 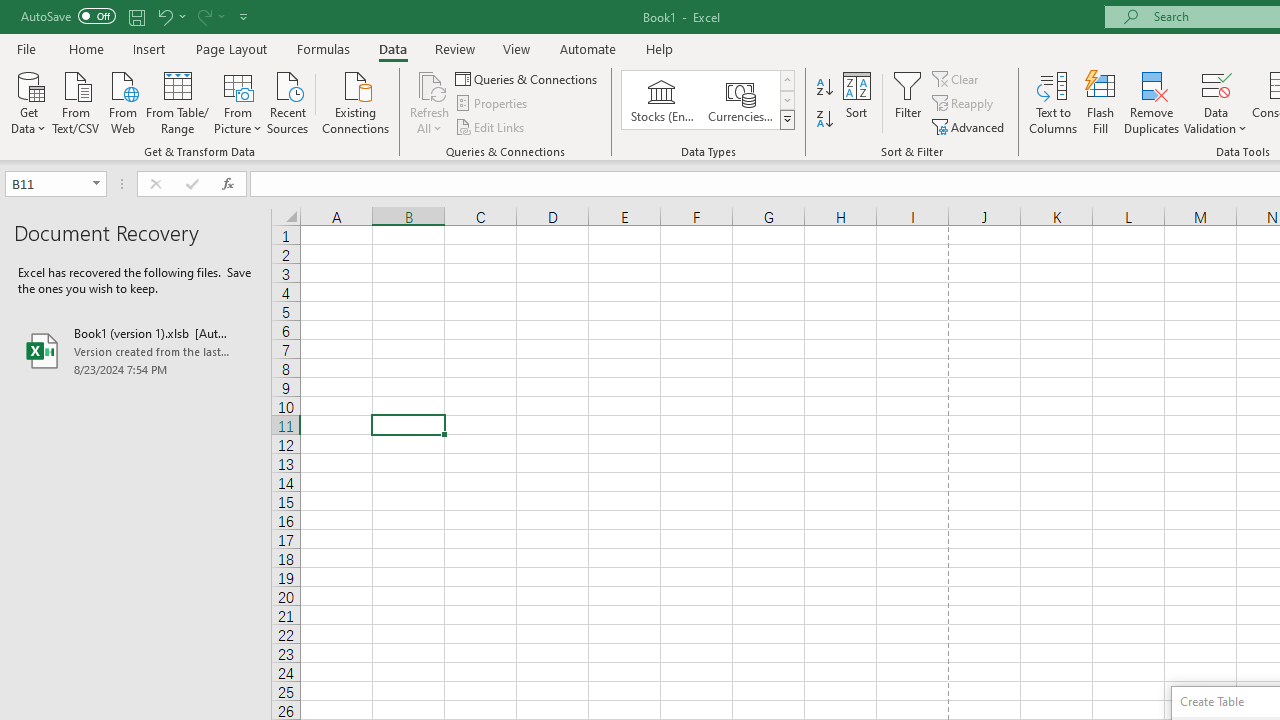 I want to click on 'Properties', so click(x=492, y=103).